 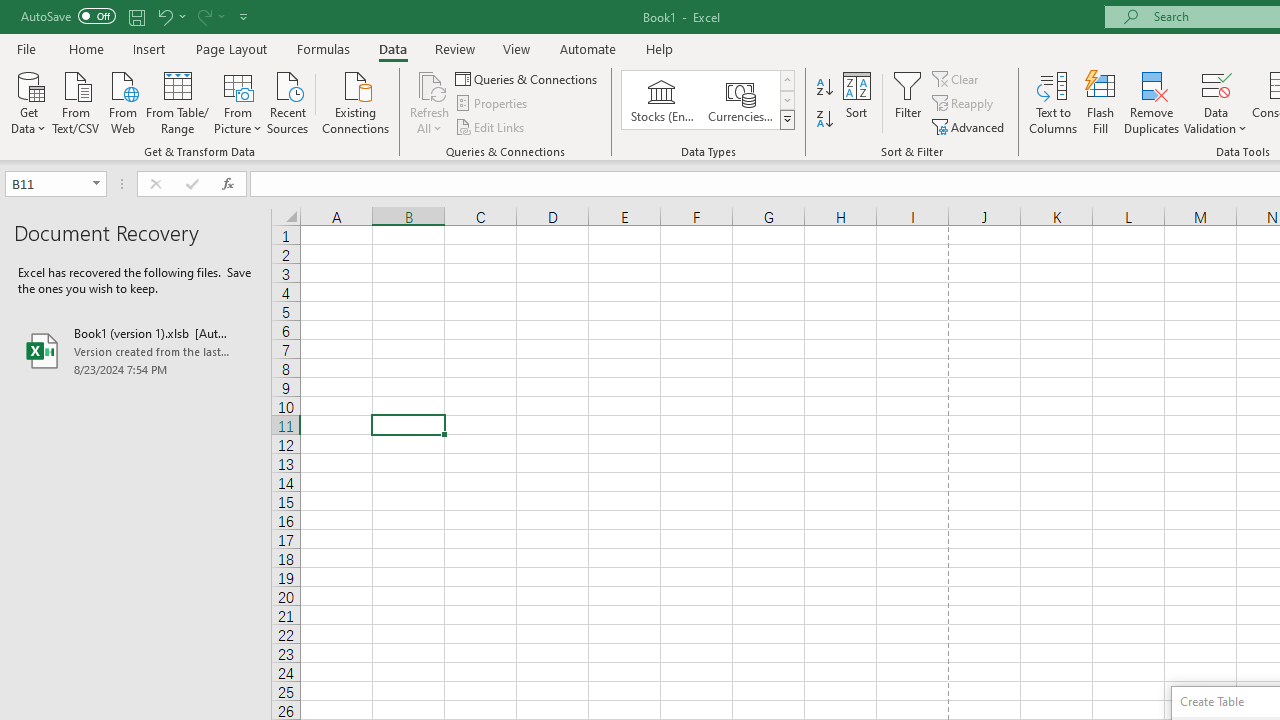 I want to click on 'Properties', so click(x=492, y=103).